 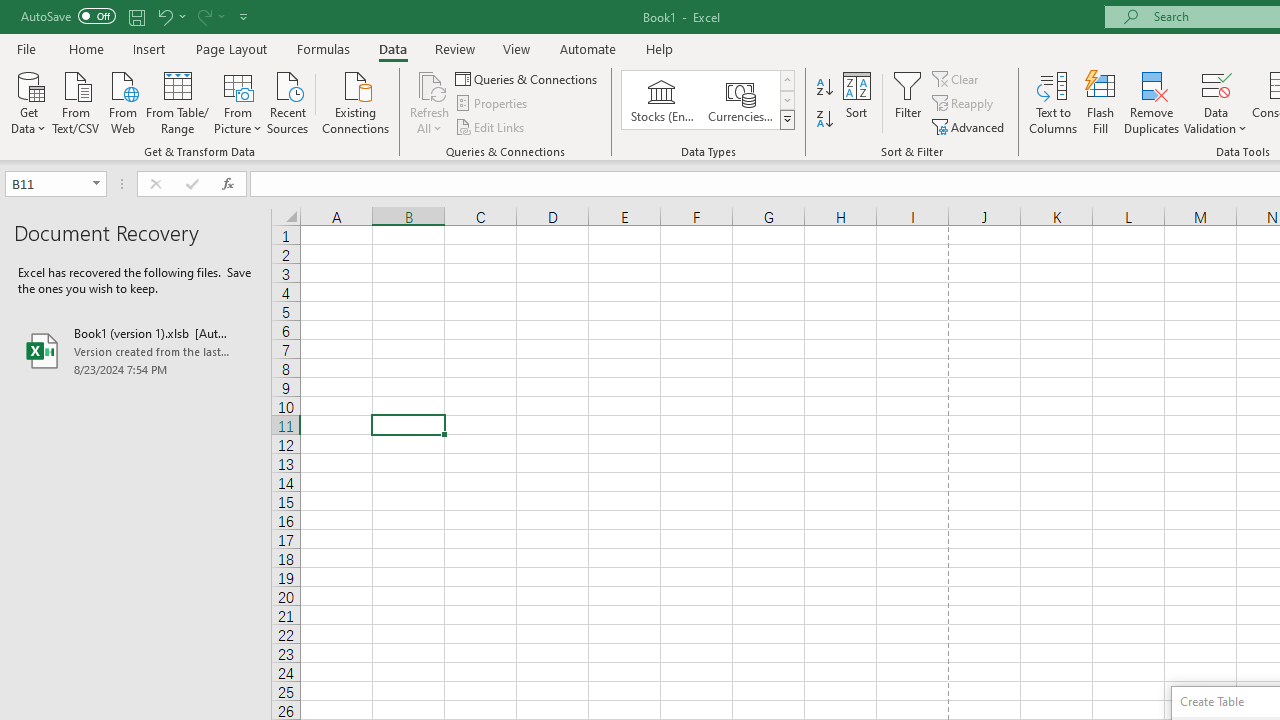 I want to click on 'Properties', so click(x=492, y=103).